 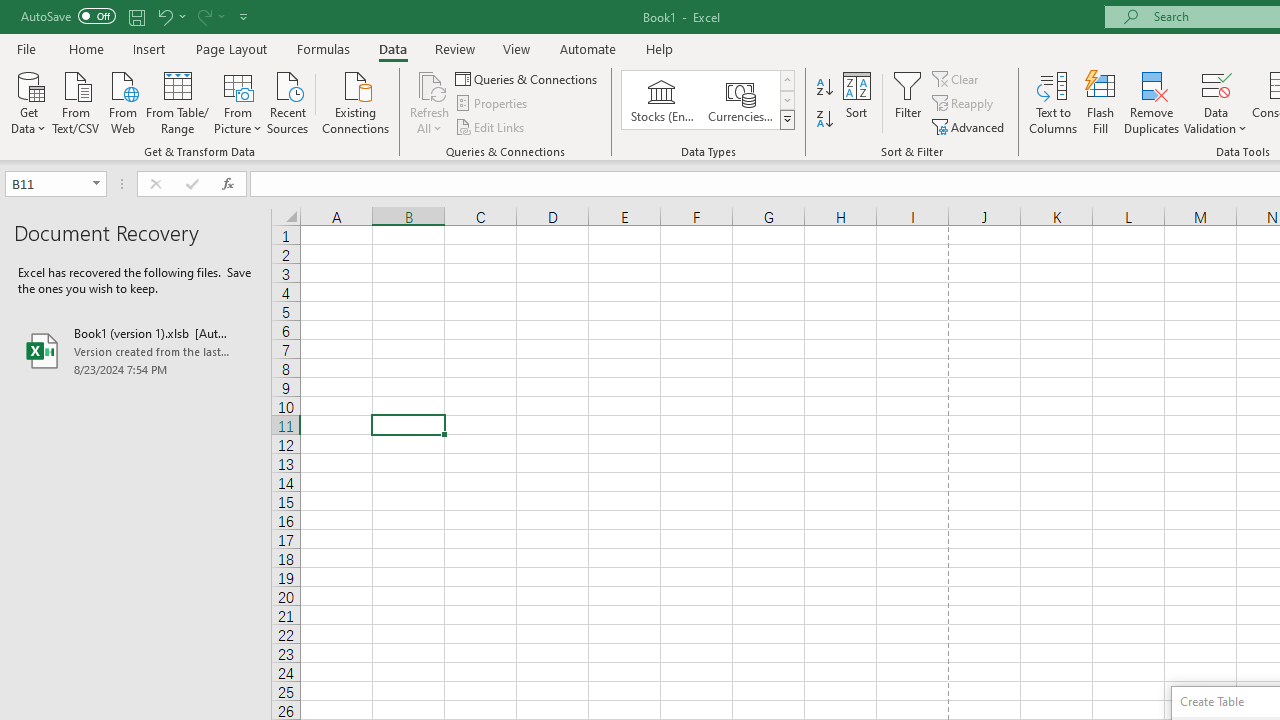 I want to click on 'Properties', so click(x=492, y=103).